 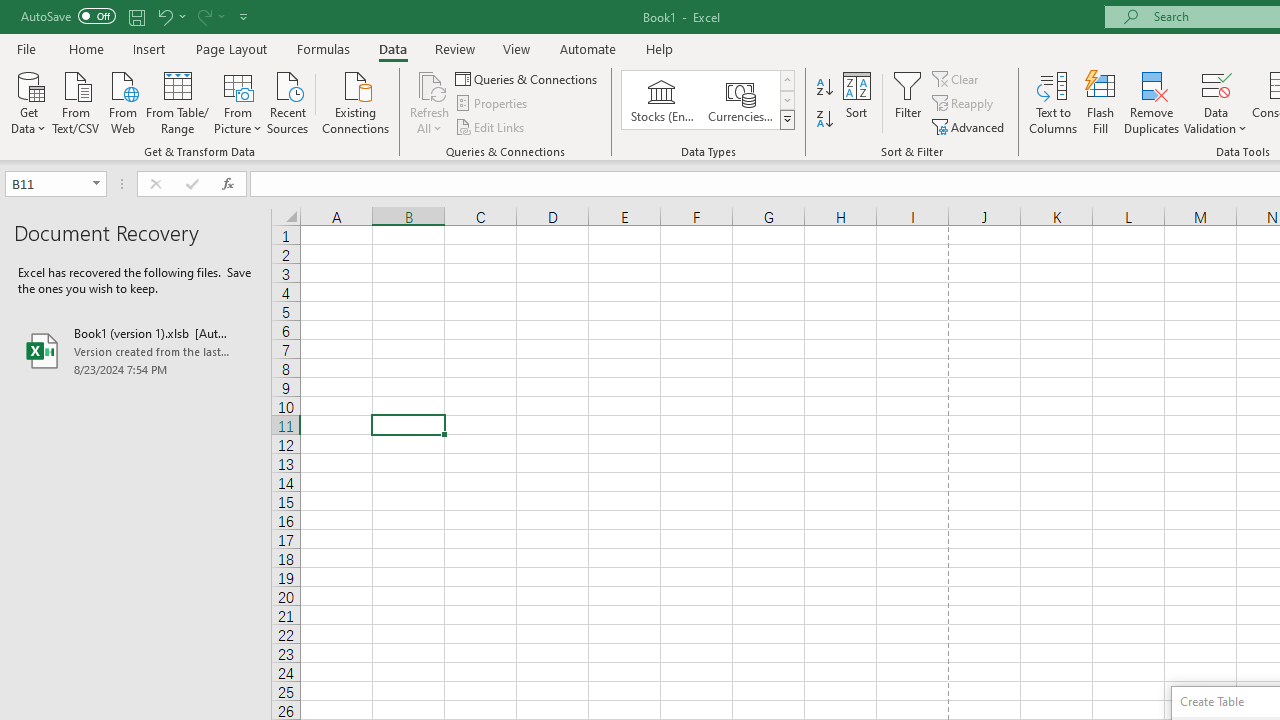 I want to click on 'Properties', so click(x=492, y=103).